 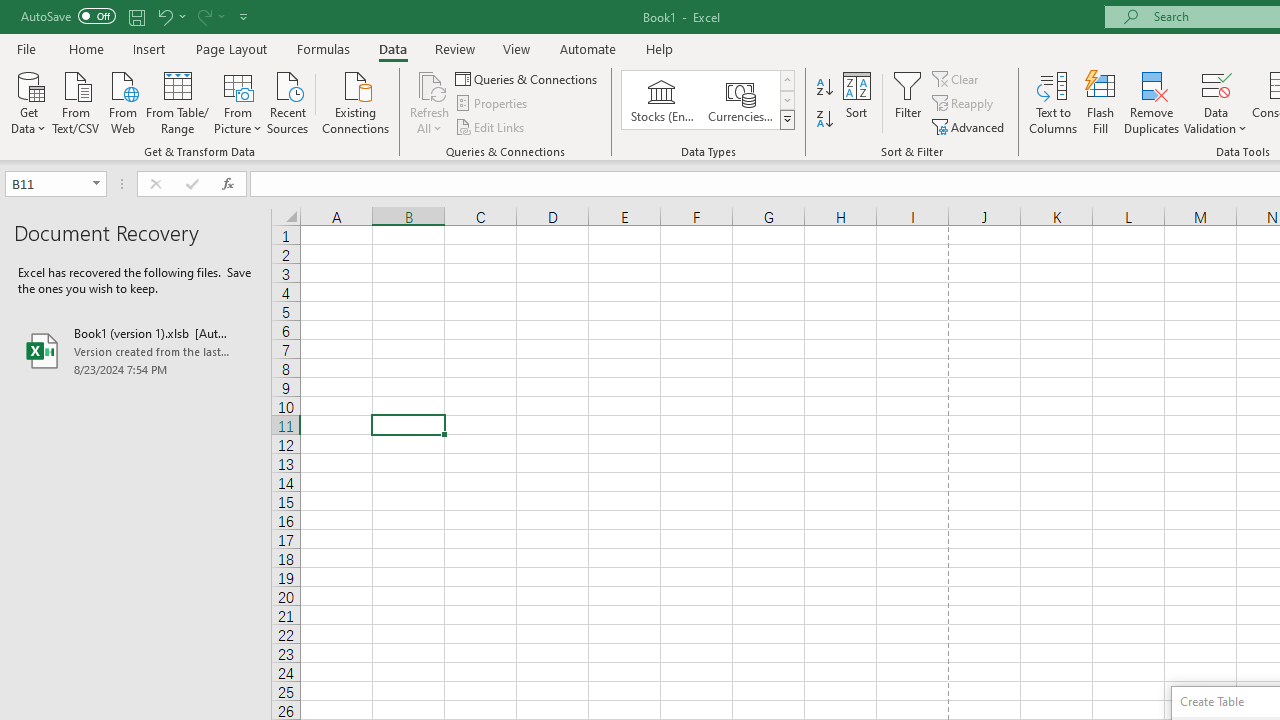 I want to click on 'Properties', so click(x=492, y=103).